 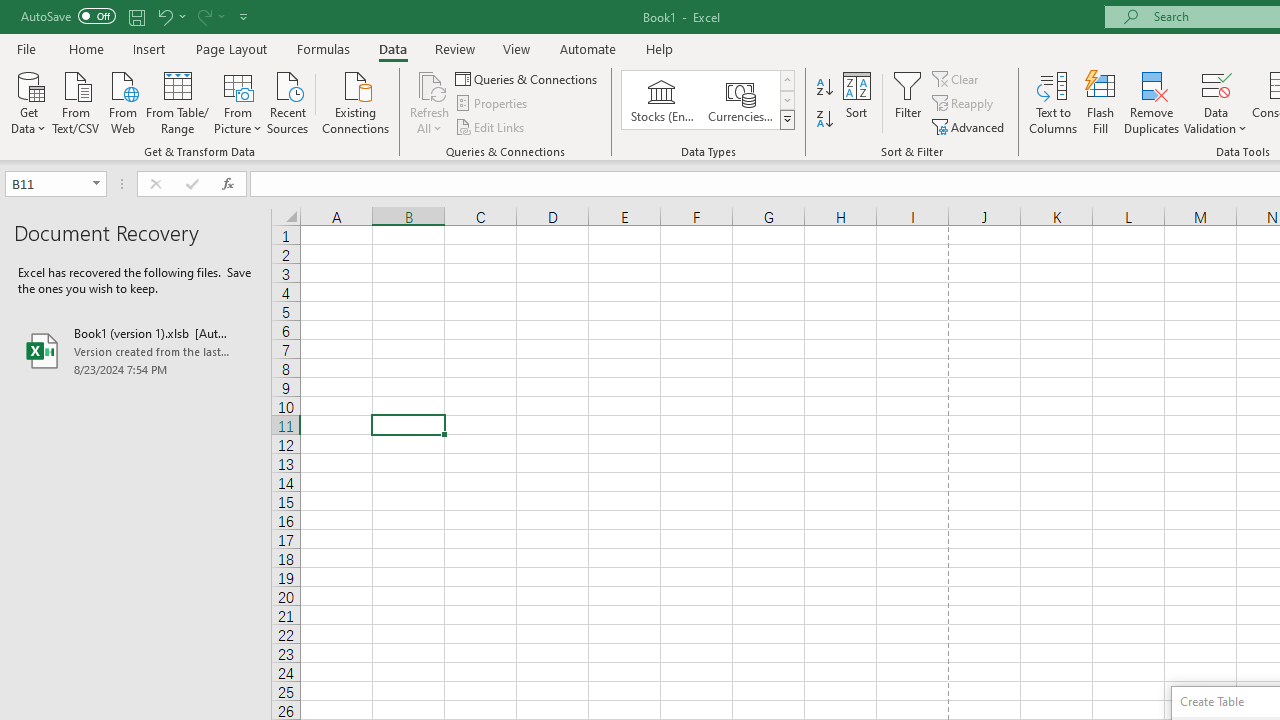 I want to click on 'Properties', so click(x=492, y=103).